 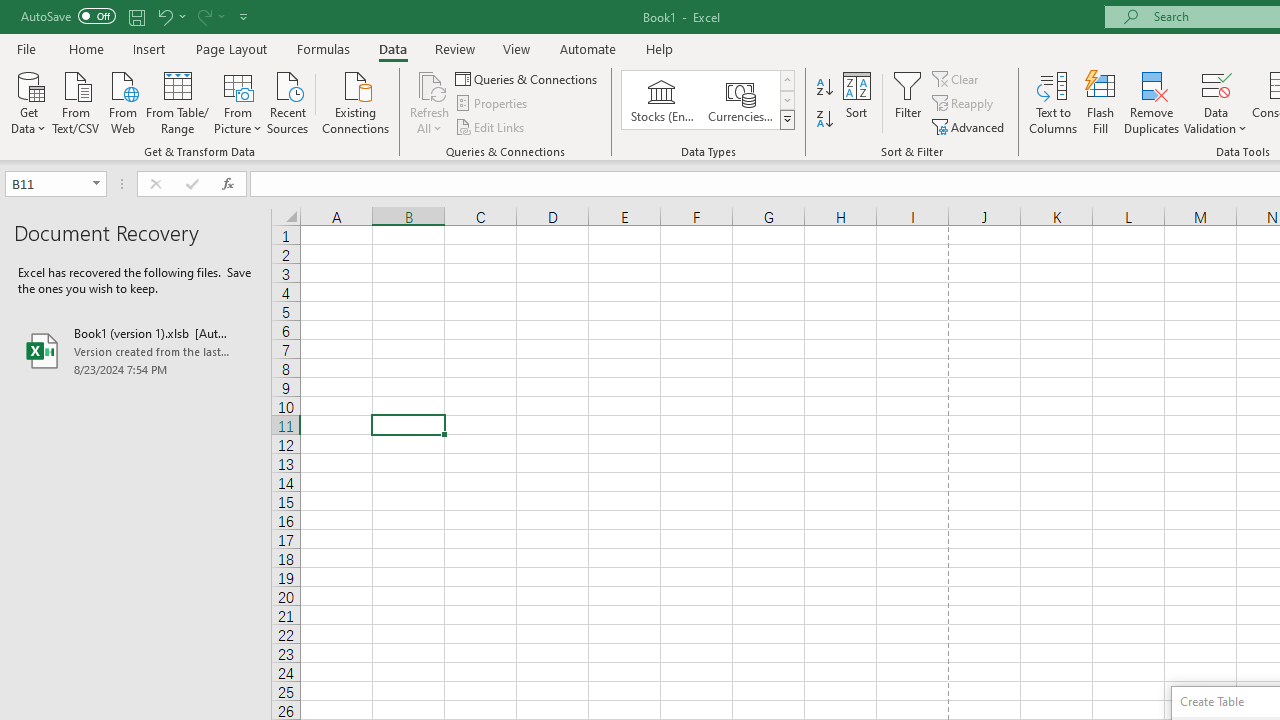 I want to click on 'Properties', so click(x=492, y=103).